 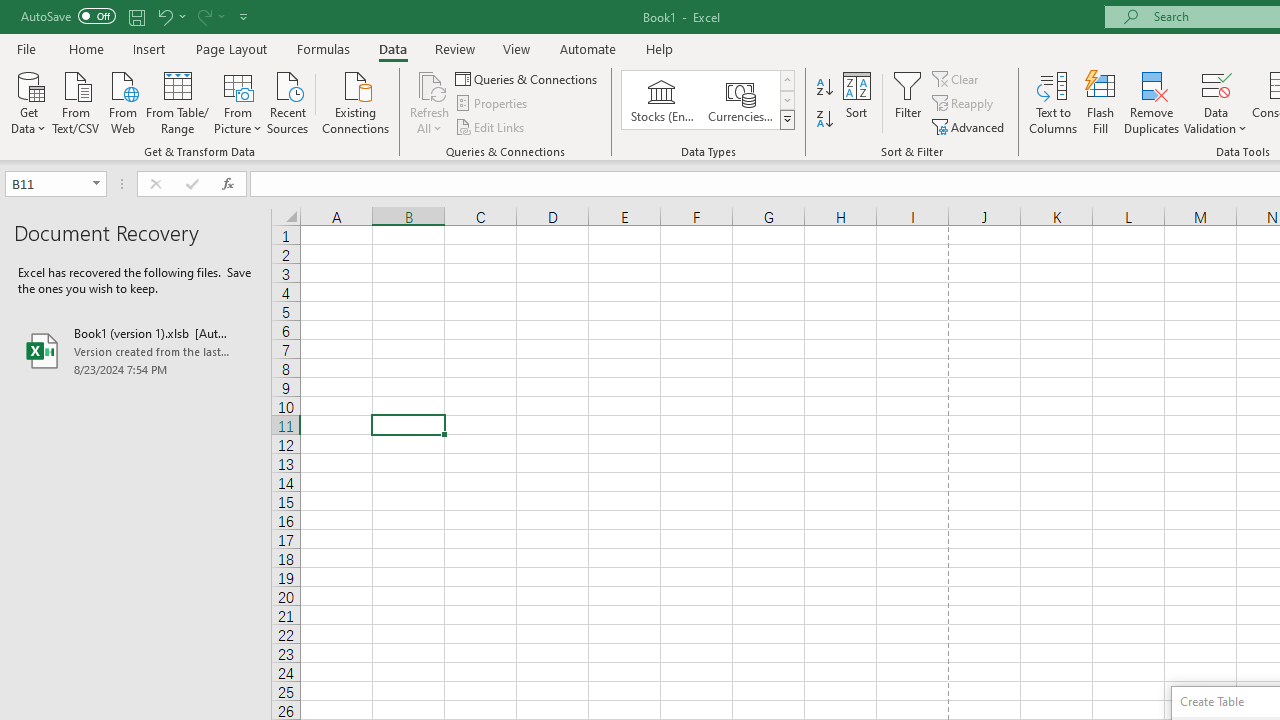 I want to click on 'Properties', so click(x=492, y=103).